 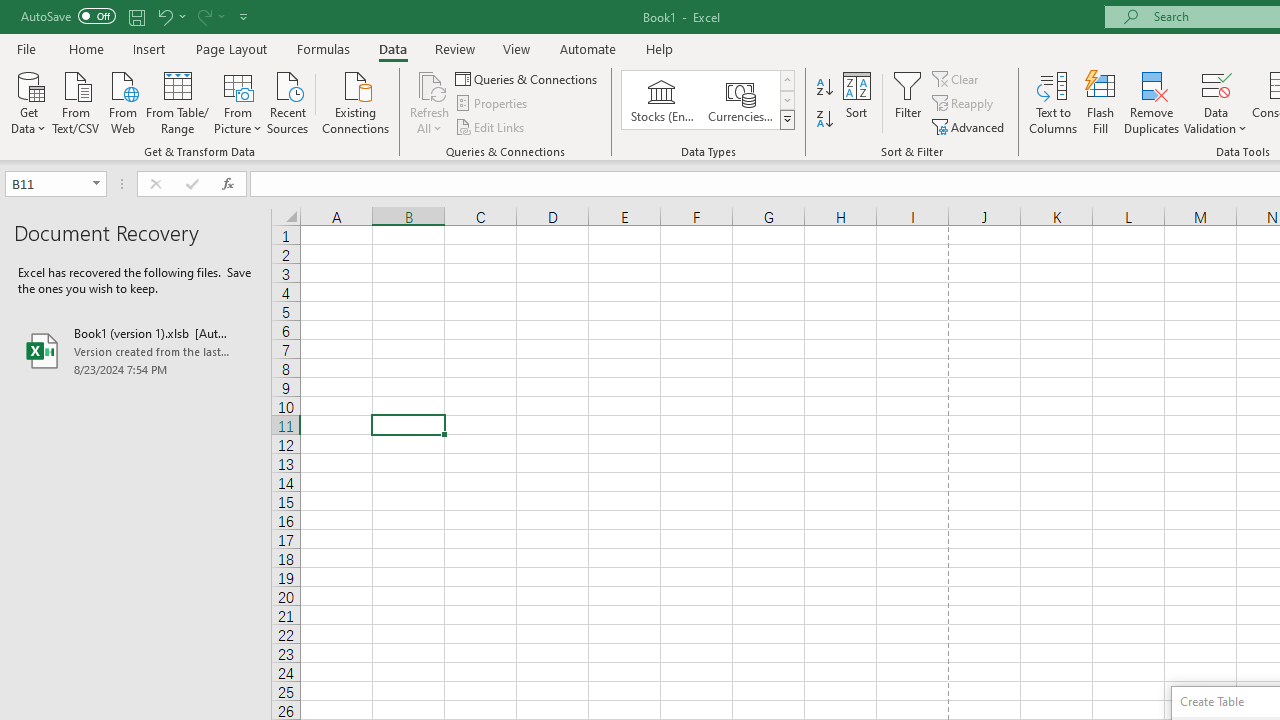 I want to click on 'Properties', so click(x=492, y=103).